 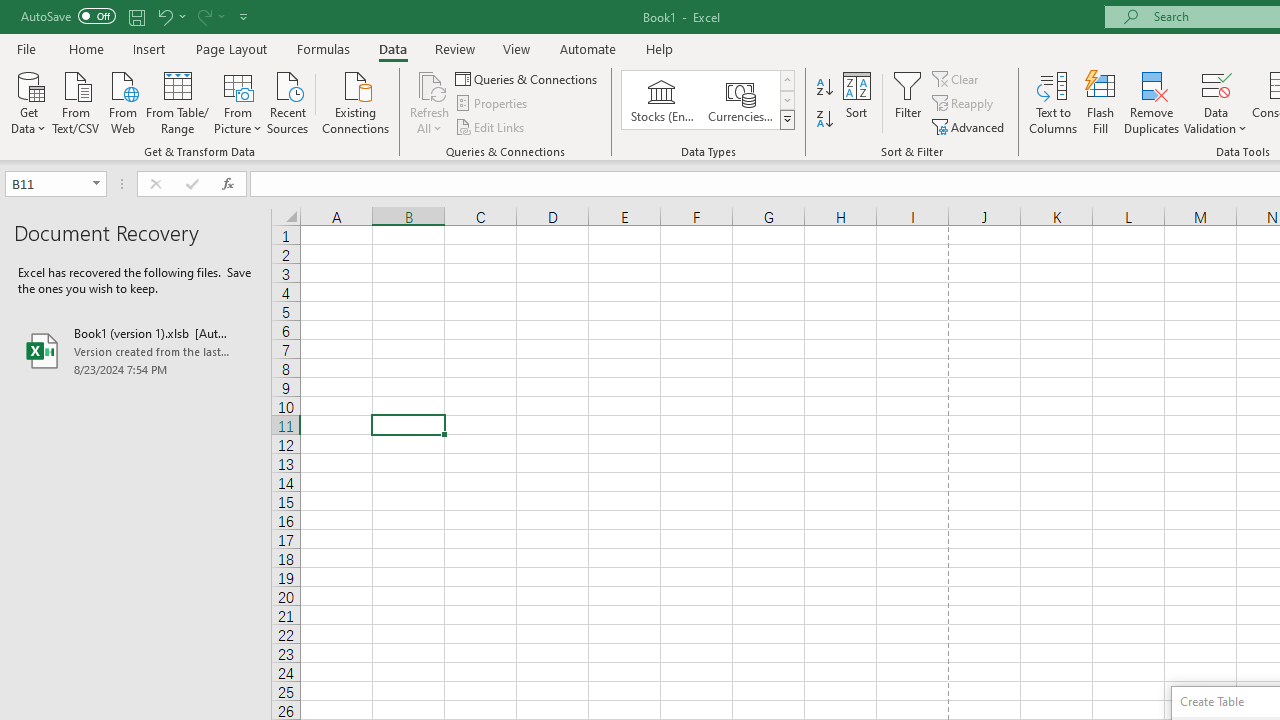 I want to click on 'Properties', so click(x=492, y=103).